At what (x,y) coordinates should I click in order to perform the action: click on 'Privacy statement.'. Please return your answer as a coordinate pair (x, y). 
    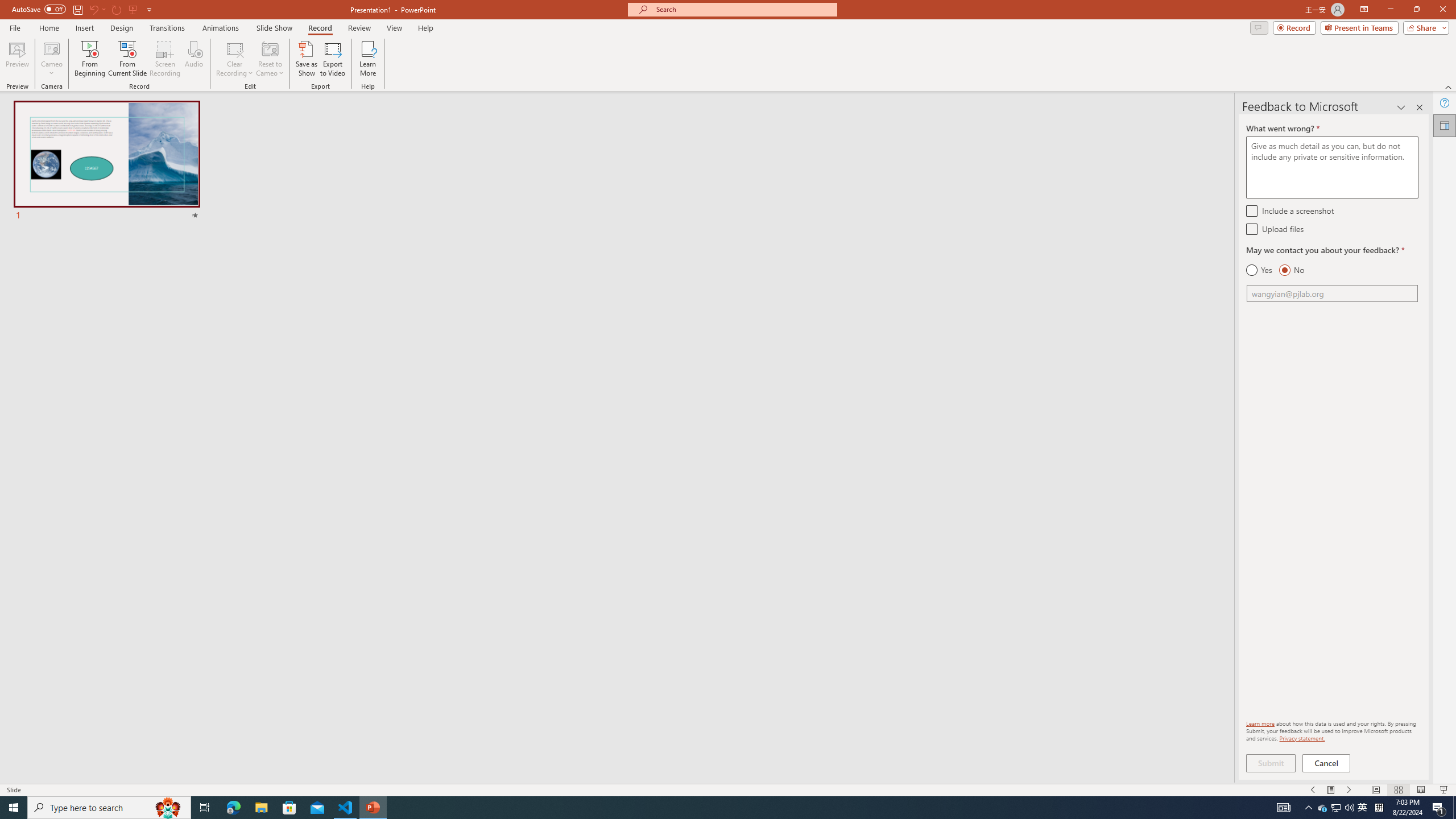
    Looking at the image, I should click on (1301, 738).